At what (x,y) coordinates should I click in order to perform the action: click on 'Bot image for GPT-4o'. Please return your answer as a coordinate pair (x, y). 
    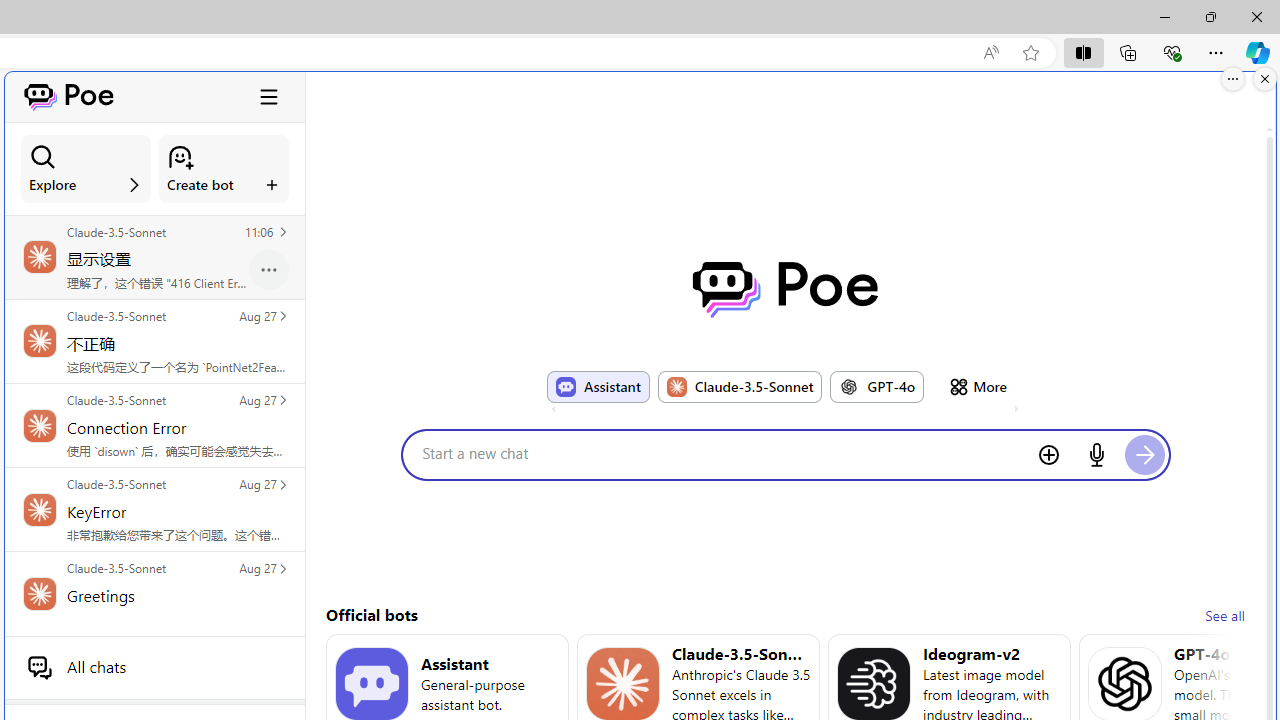
    Looking at the image, I should click on (849, 386).